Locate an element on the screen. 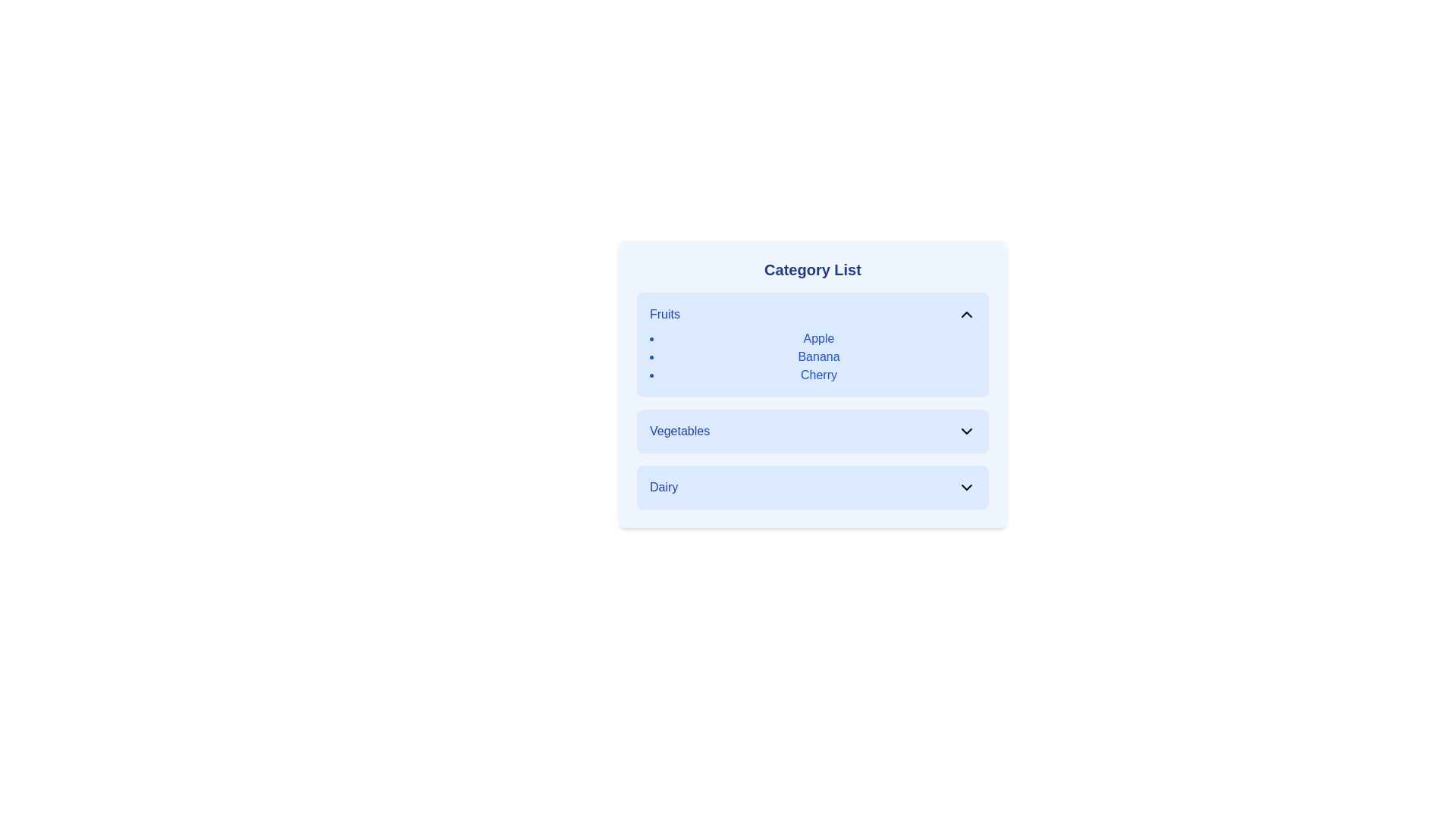  the third Text Label in the 'Fruits' section, positioned below 'Banana' and serving a visual organizational purpose is located at coordinates (818, 375).